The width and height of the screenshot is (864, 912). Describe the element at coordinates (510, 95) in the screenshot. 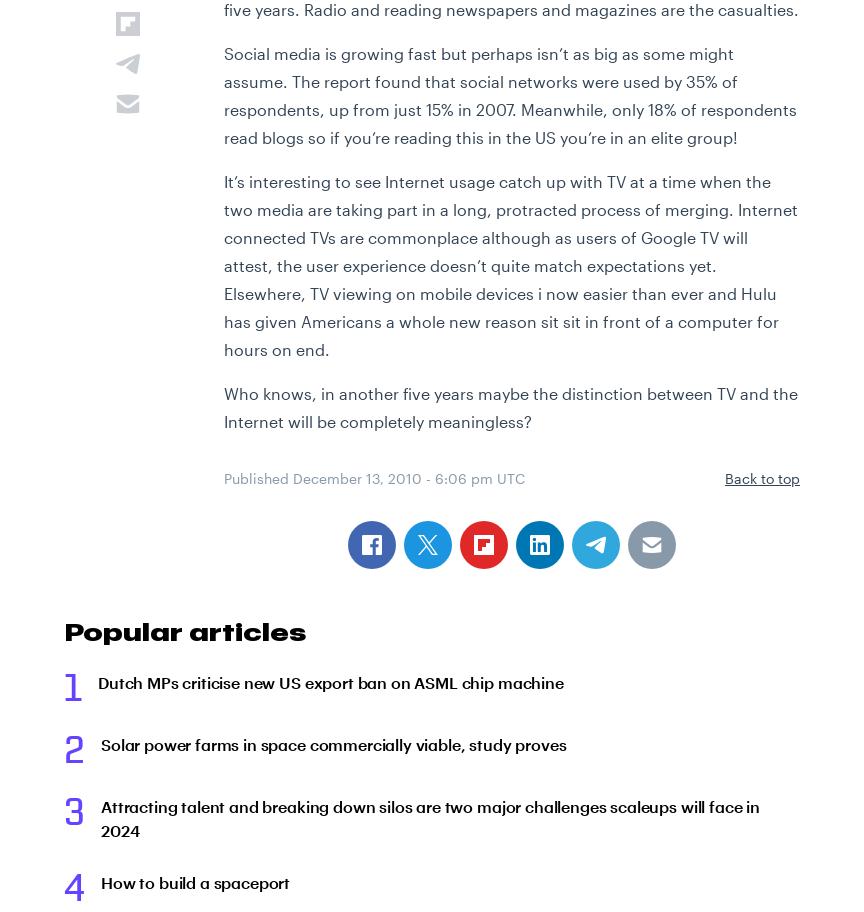

I see `'Social media is growing fast but perhaps isn’t as big as some might assume. The report found that social networks were used by 35% of respondents, up from just 15% in 2007. Meanwhile, only 18% of respondents read blogs so if you’re reading this in the US you’re in an elite group!'` at that location.